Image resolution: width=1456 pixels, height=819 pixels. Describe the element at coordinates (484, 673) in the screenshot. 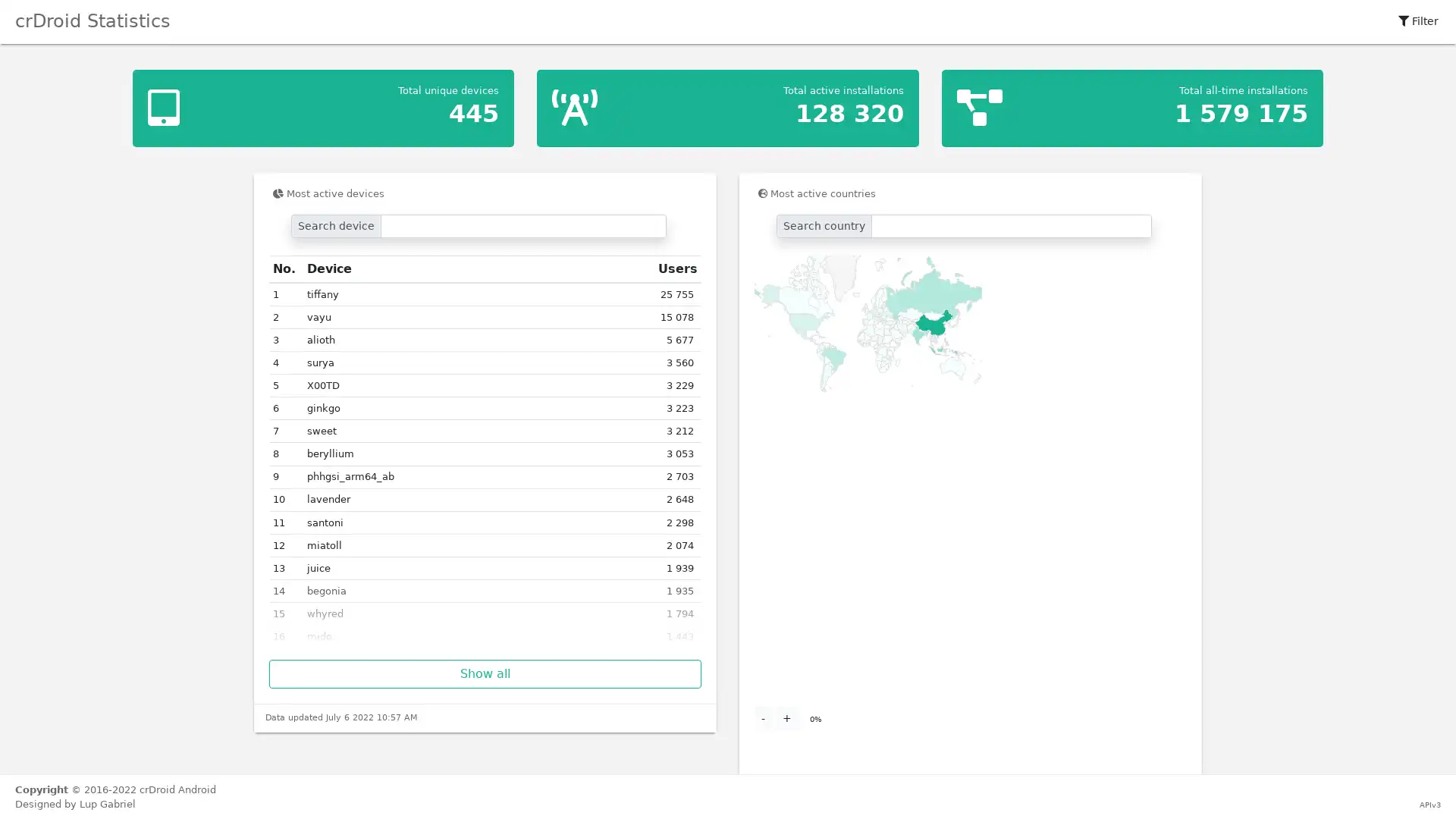

I see `Show all` at that location.